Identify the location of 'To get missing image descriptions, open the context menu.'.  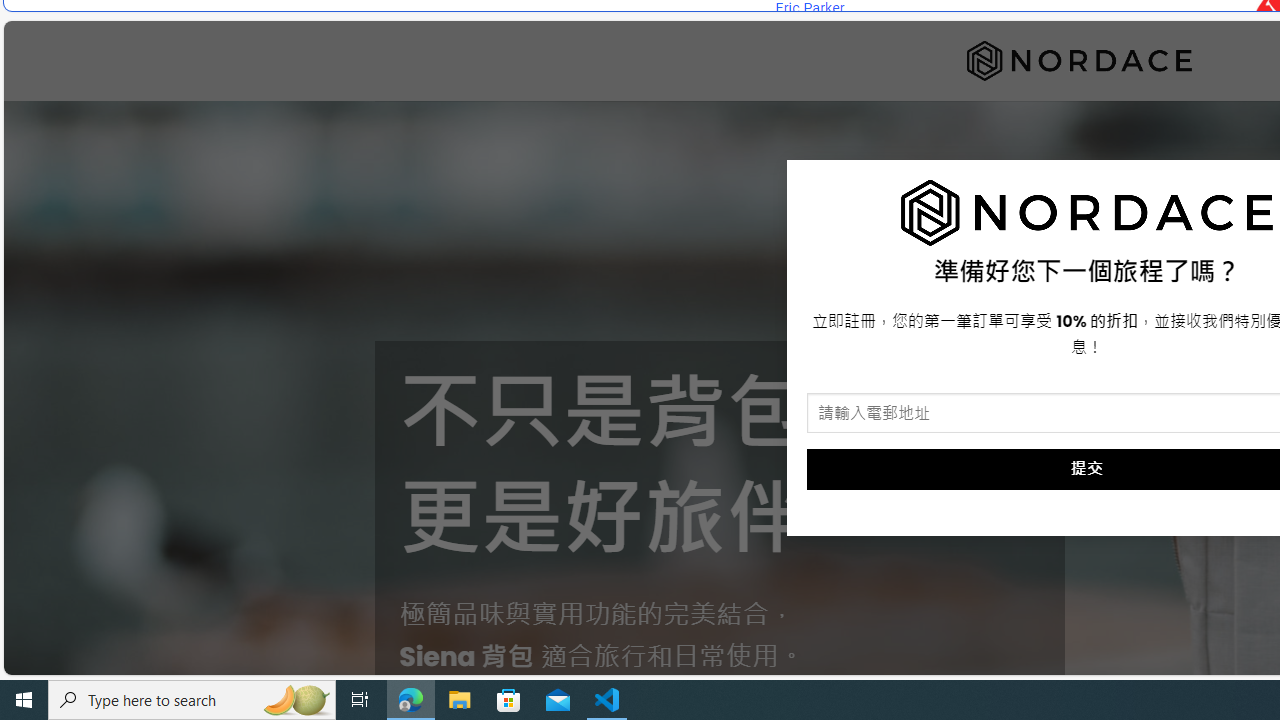
(1086, 213).